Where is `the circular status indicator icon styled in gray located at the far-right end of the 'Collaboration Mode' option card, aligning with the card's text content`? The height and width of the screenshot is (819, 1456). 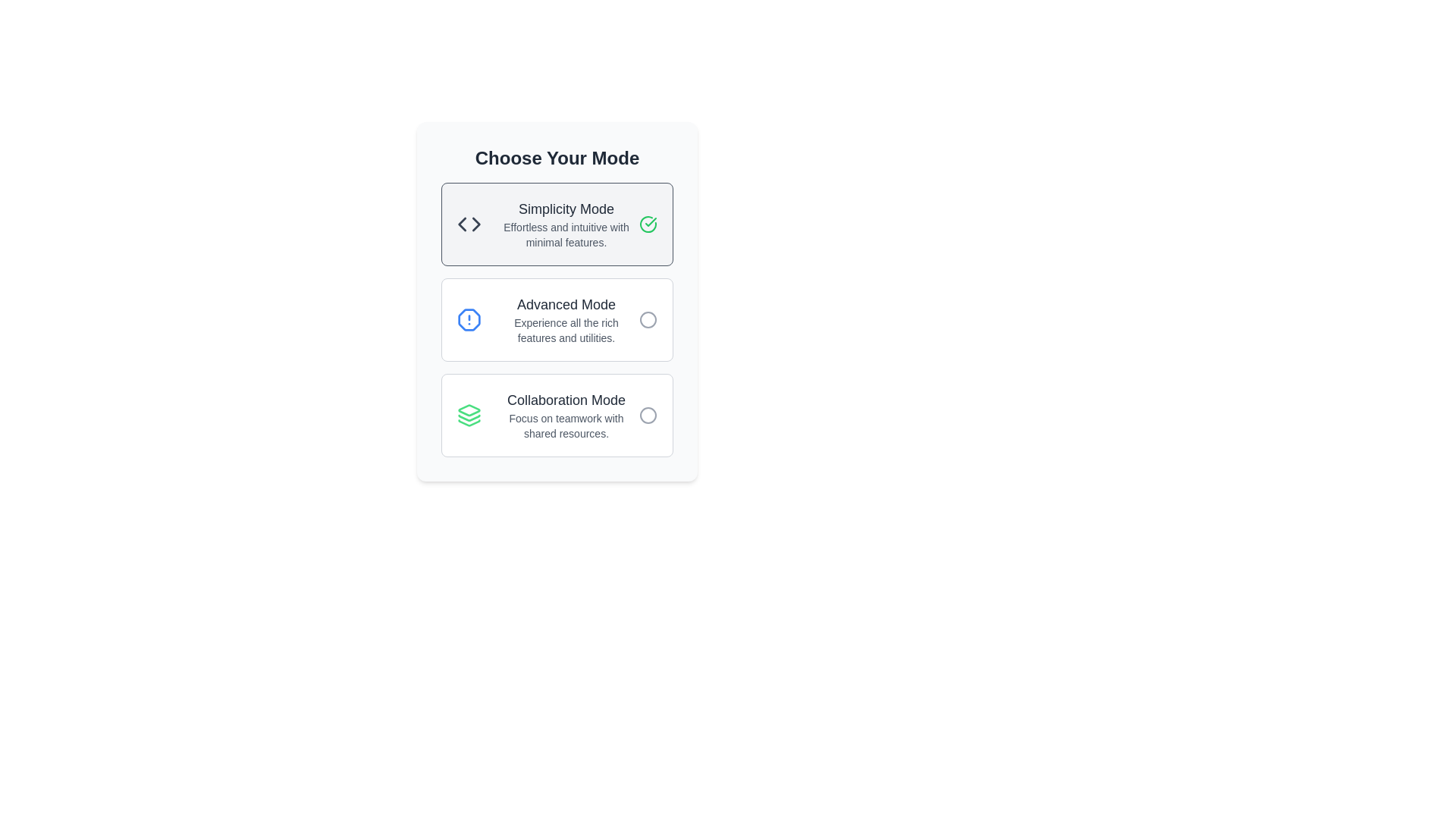 the circular status indicator icon styled in gray located at the far-right end of the 'Collaboration Mode' option card, aligning with the card's text content is located at coordinates (648, 415).